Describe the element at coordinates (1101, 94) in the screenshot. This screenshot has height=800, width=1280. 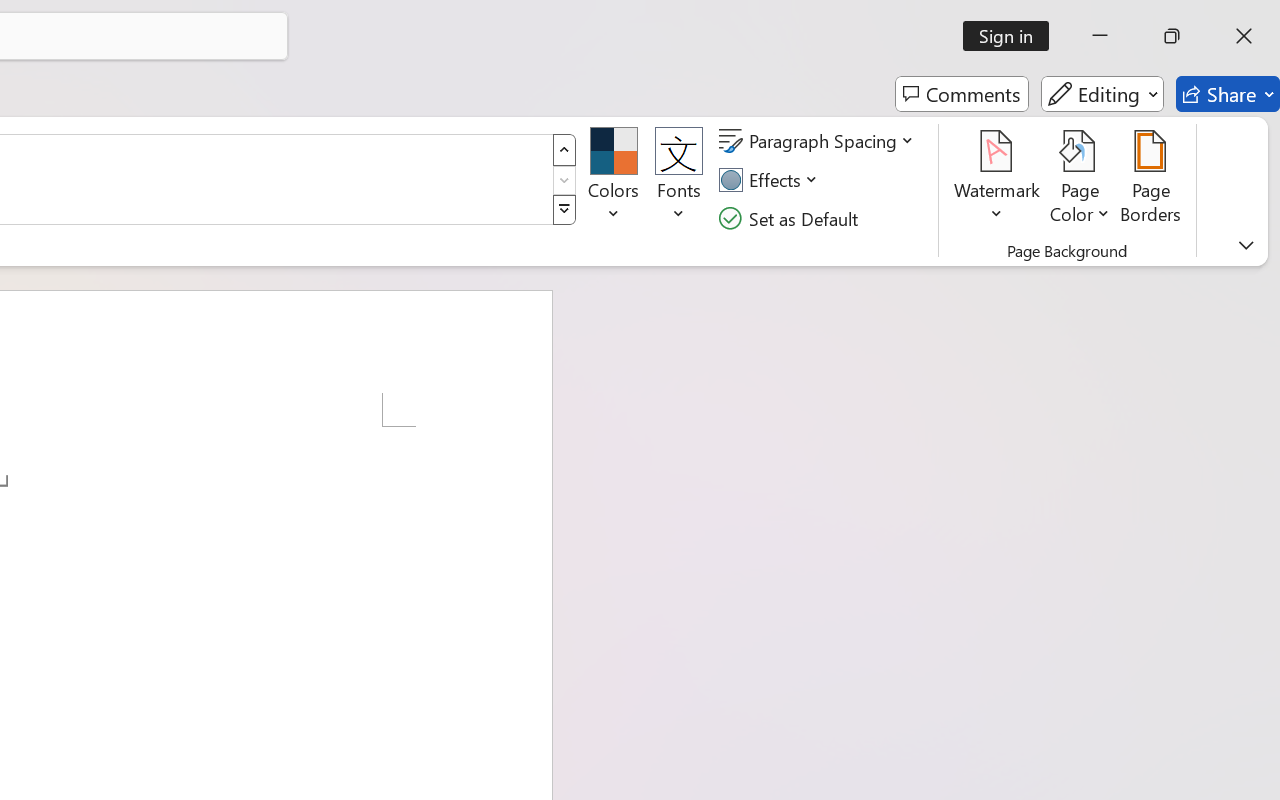
I see `'Editing'` at that location.